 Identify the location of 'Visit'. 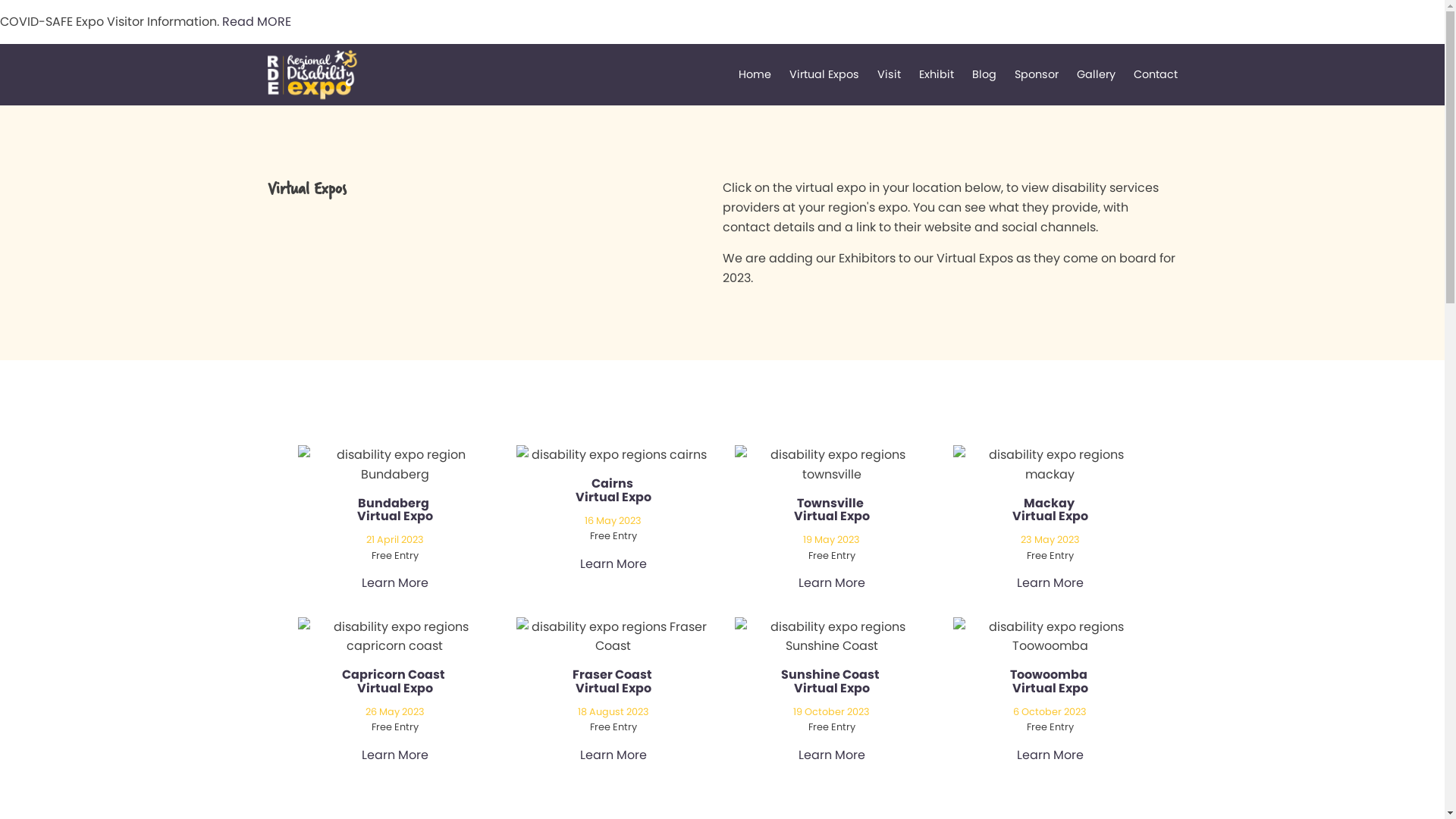
(888, 74).